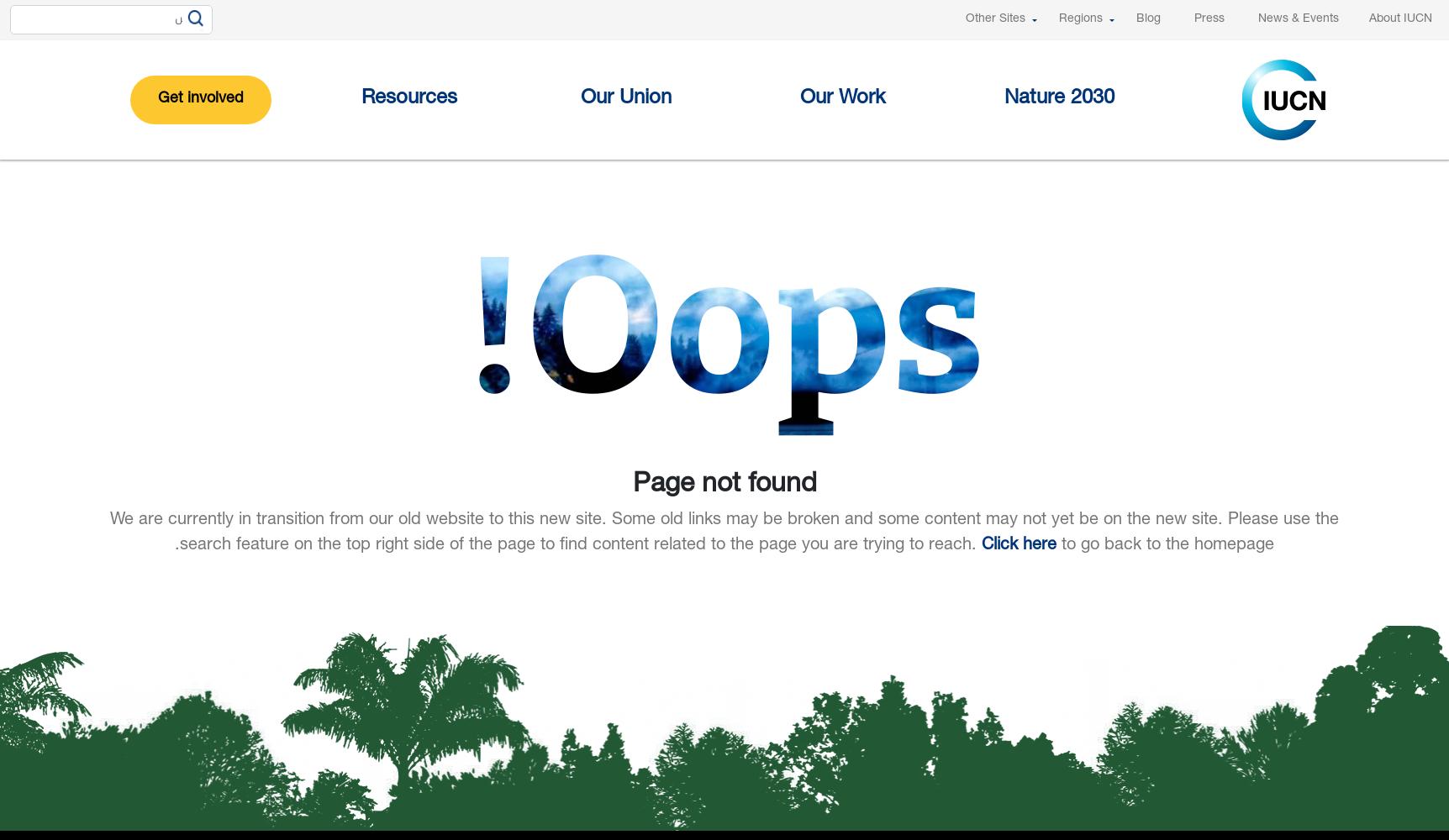 This screenshot has width=1449, height=840. What do you see at coordinates (594, 294) in the screenshot?
I see `'Climate'` at bounding box center [594, 294].